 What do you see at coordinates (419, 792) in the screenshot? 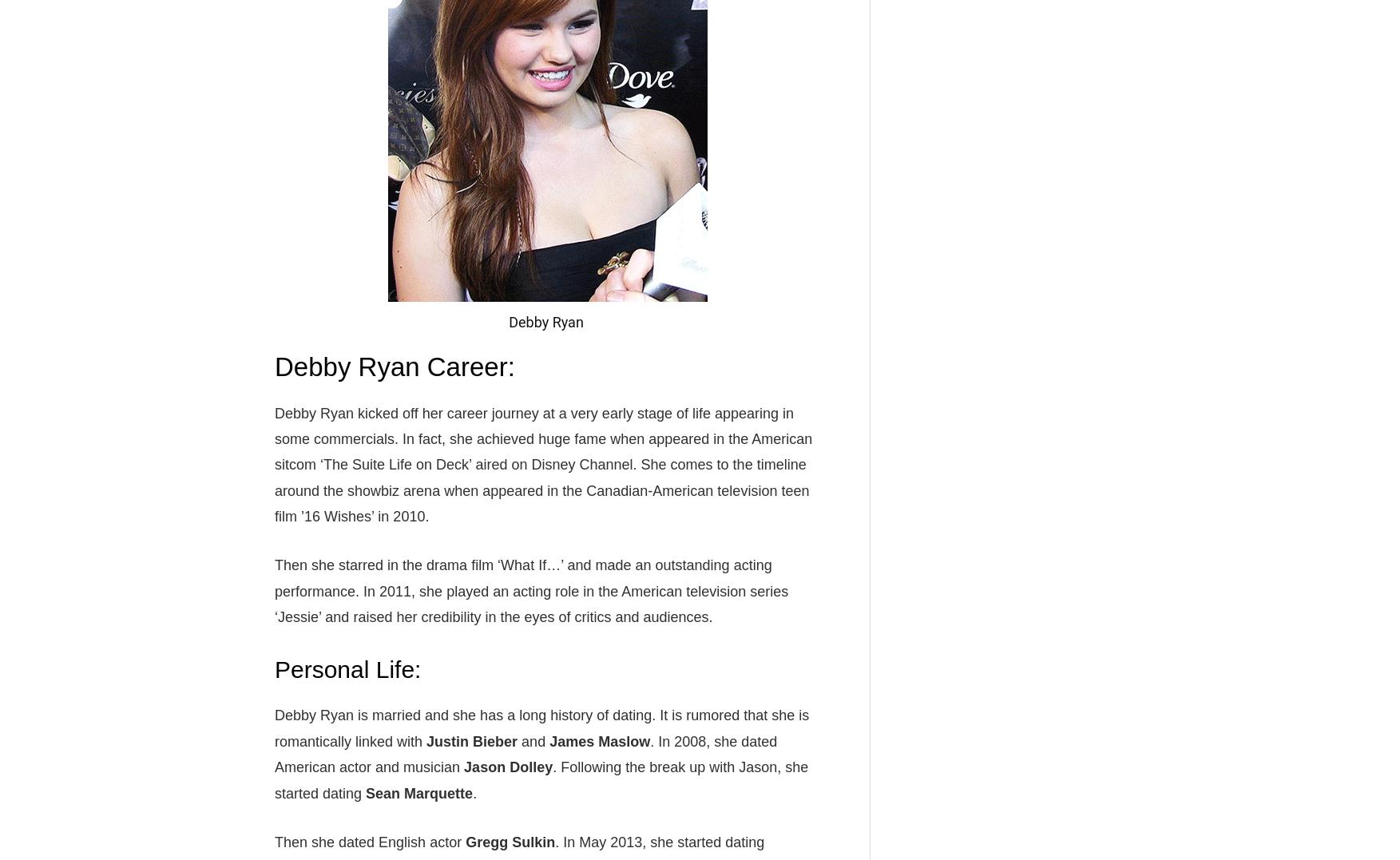
I see `'Sean Marquette'` at bounding box center [419, 792].